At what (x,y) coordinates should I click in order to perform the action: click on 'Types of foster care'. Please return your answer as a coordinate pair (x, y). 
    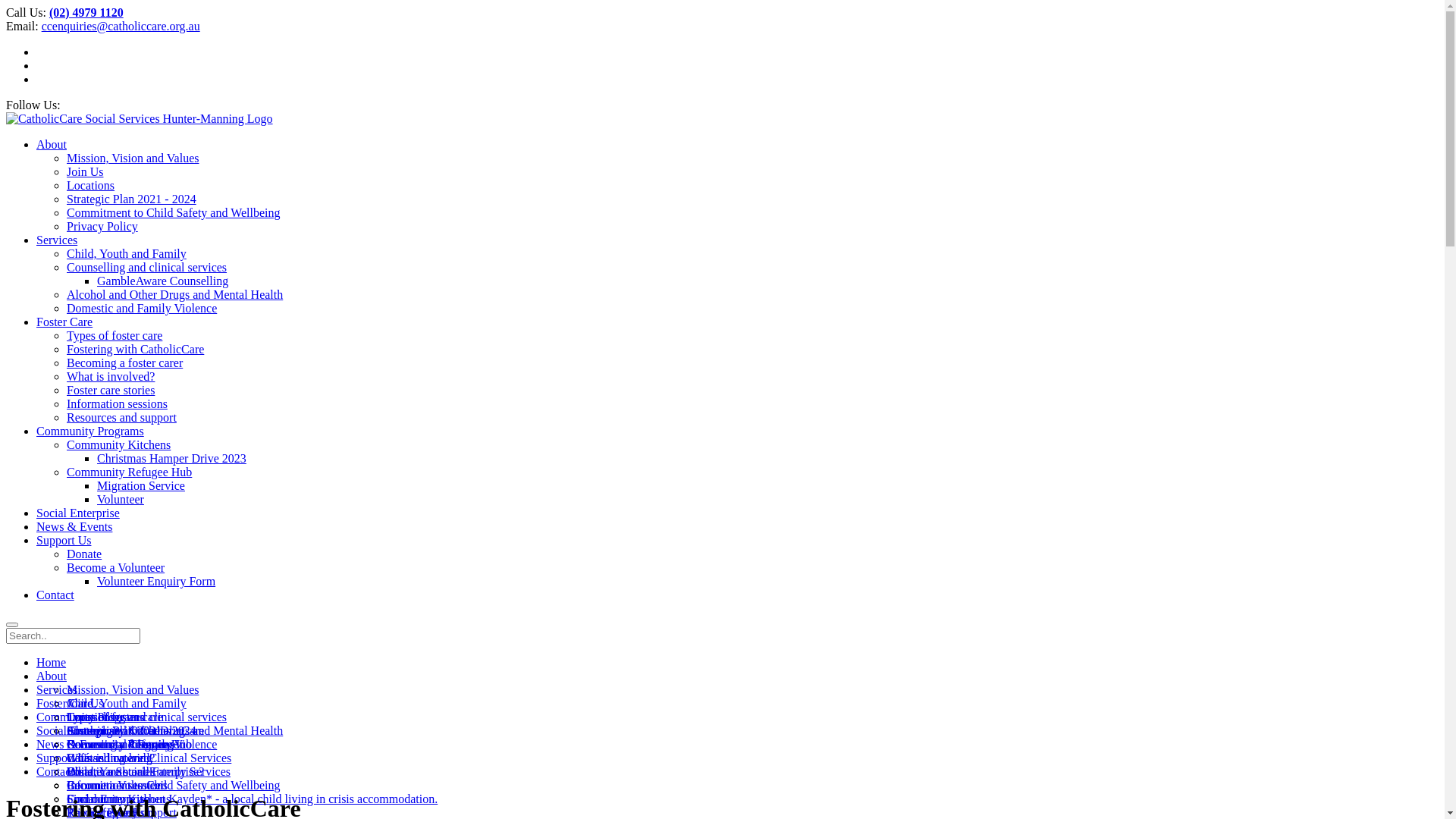
    Looking at the image, I should click on (113, 334).